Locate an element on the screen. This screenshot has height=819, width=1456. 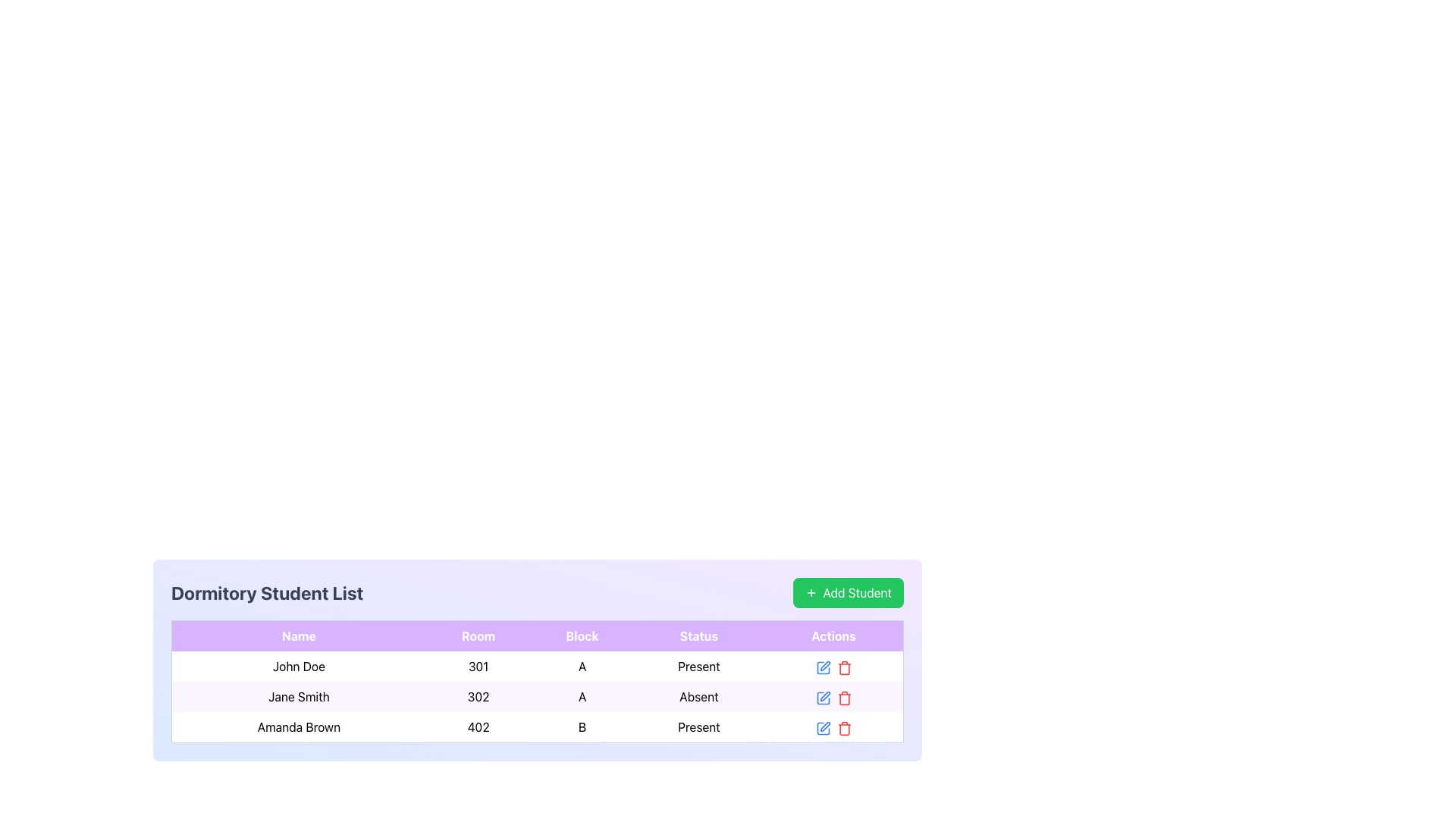
the Table Column Header labeled 'Actions', which has white text on a purple background, located at the fifth cell of the header row is located at coordinates (833, 635).